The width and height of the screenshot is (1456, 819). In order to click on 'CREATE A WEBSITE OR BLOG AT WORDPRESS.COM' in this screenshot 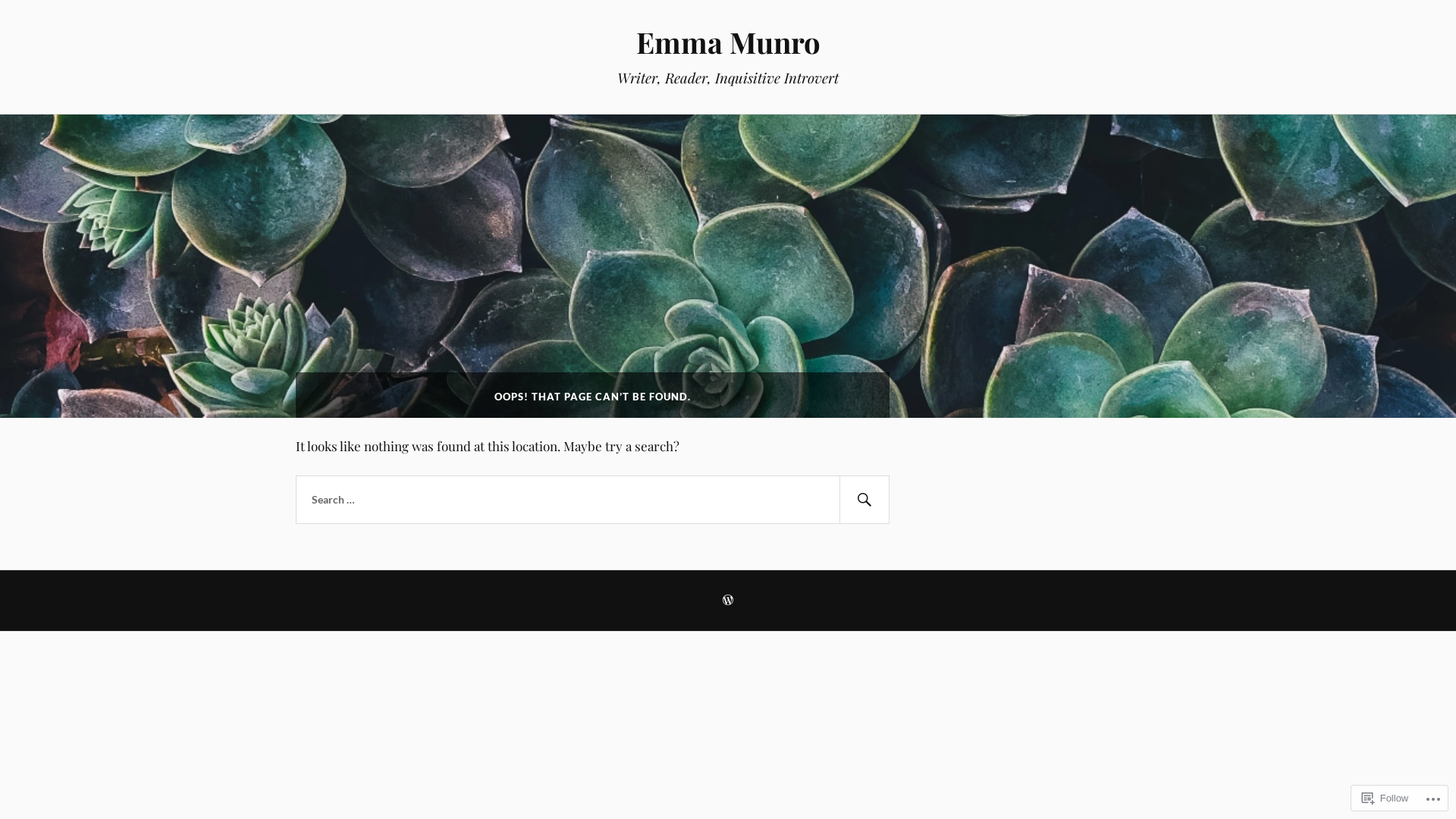, I will do `click(728, 600)`.